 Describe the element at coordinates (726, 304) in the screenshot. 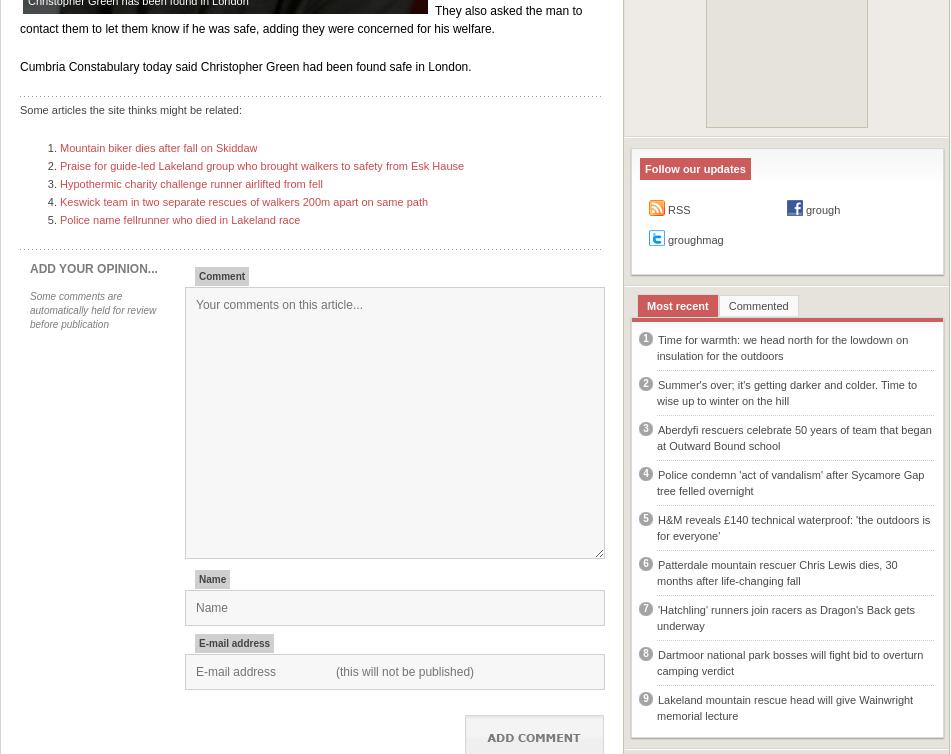

I see `'Commented'` at that location.